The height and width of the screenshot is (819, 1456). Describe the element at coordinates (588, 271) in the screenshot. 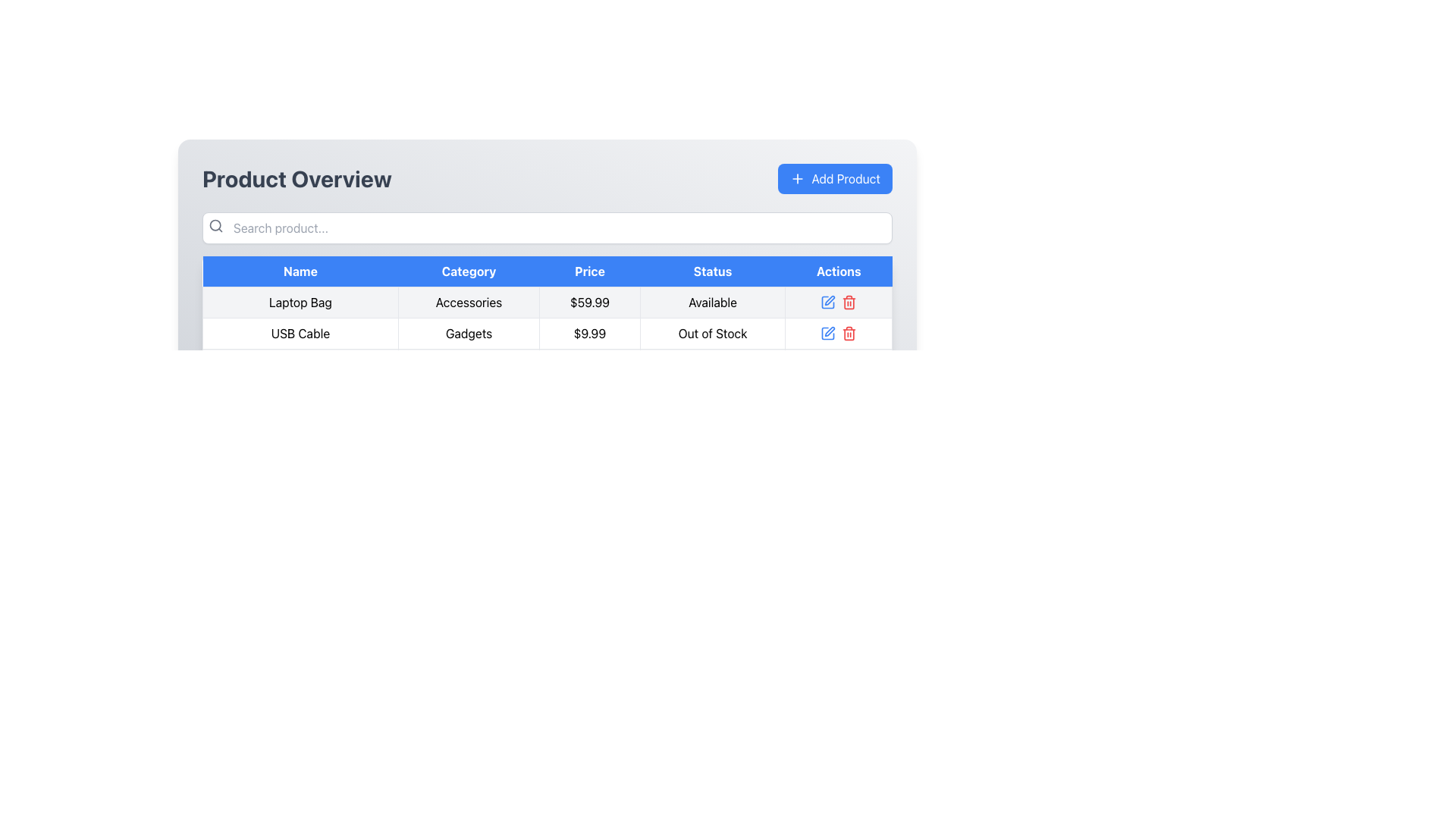

I see `the text label displaying 'Price' in bold with a blue background, located in the header of the table between the 'Category' and 'Status' columns` at that location.